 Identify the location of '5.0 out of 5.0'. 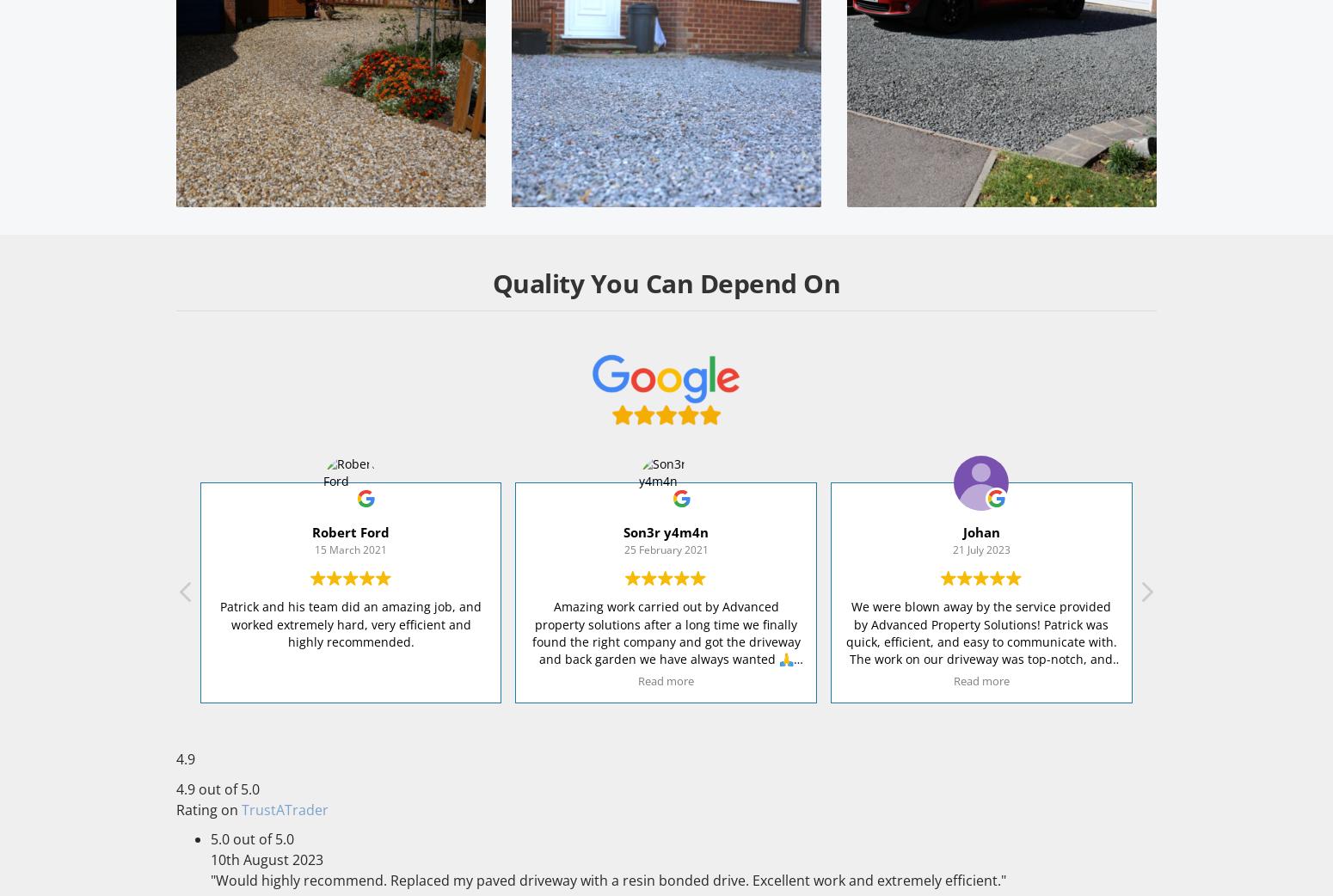
(252, 839).